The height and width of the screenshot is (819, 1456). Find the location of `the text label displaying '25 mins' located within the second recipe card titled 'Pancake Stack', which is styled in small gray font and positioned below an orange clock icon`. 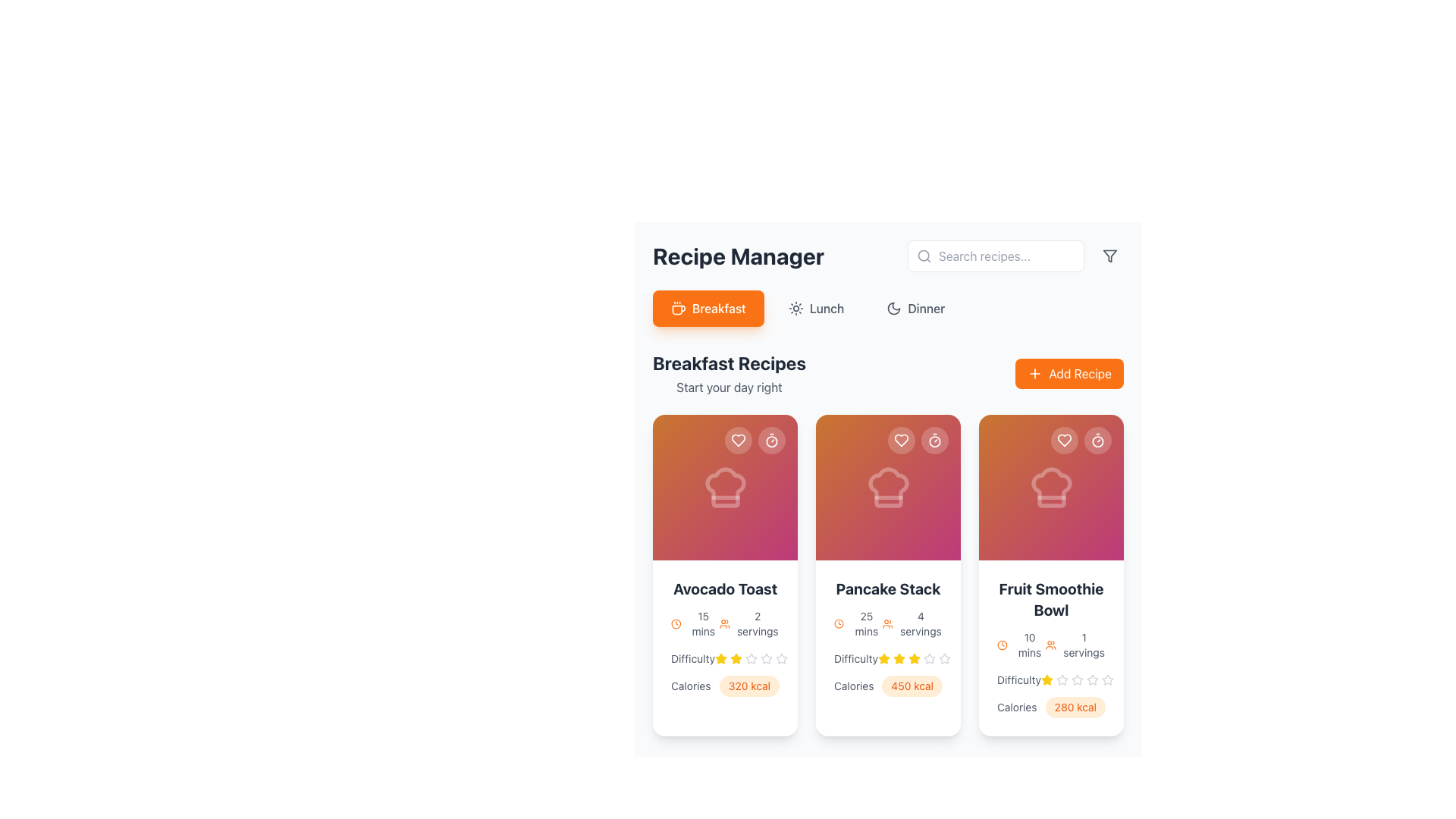

the text label displaying '25 mins' located within the second recipe card titled 'Pancake Stack', which is styled in small gray font and positioned below an orange clock icon is located at coordinates (866, 623).